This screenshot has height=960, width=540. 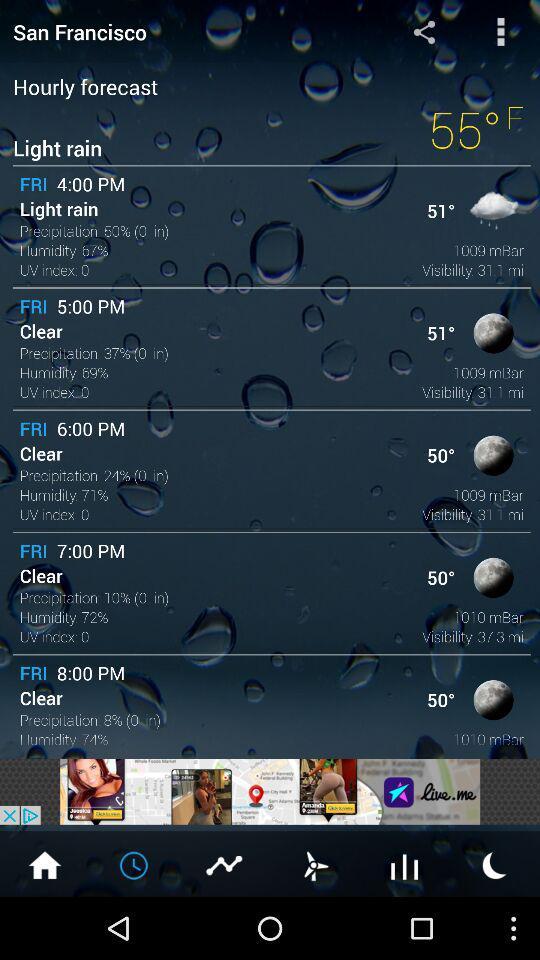 What do you see at coordinates (500, 30) in the screenshot?
I see `open the menu` at bounding box center [500, 30].